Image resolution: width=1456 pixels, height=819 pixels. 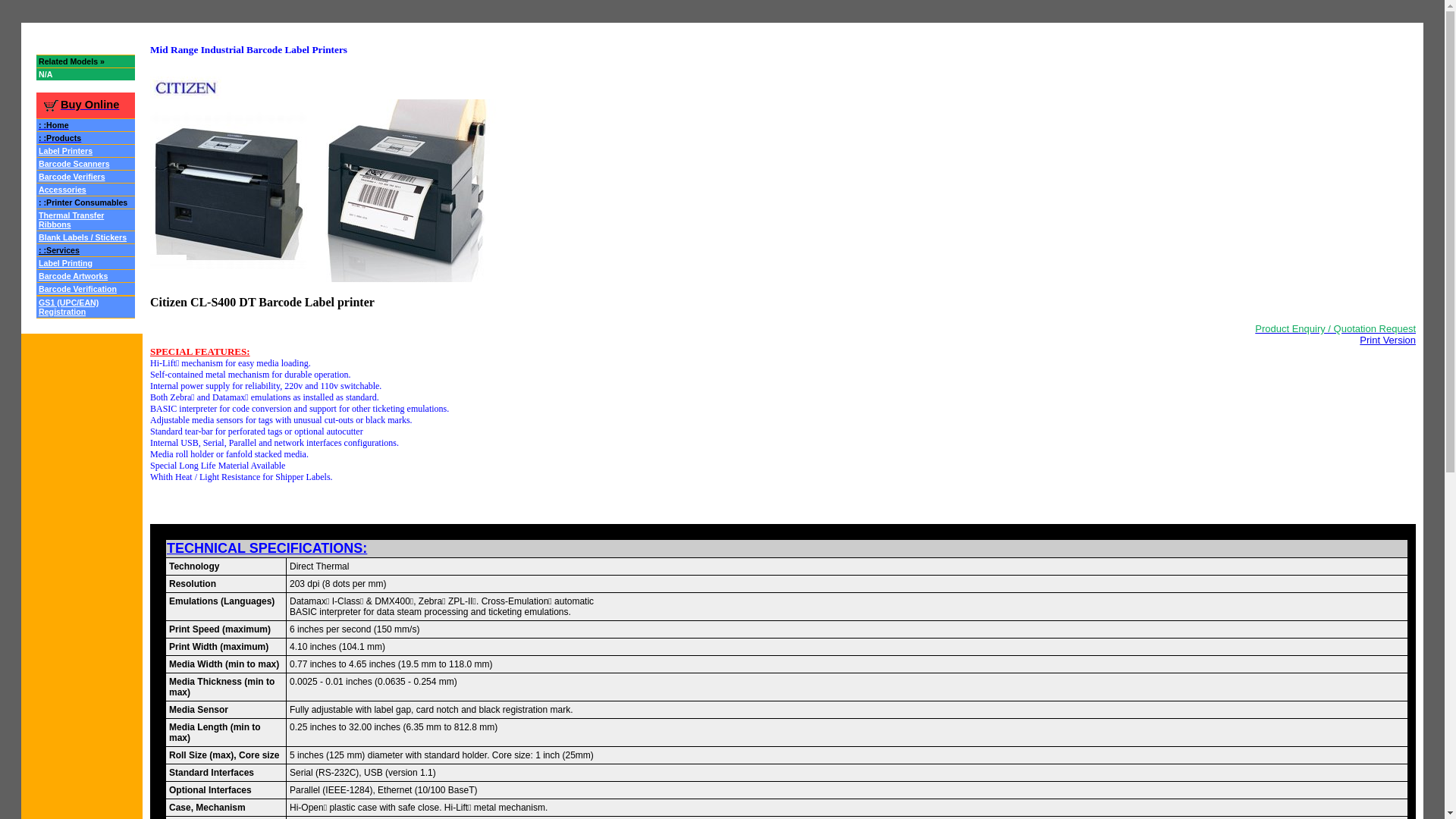 I want to click on 'Thermal Transfer Ribbons', so click(x=71, y=218).